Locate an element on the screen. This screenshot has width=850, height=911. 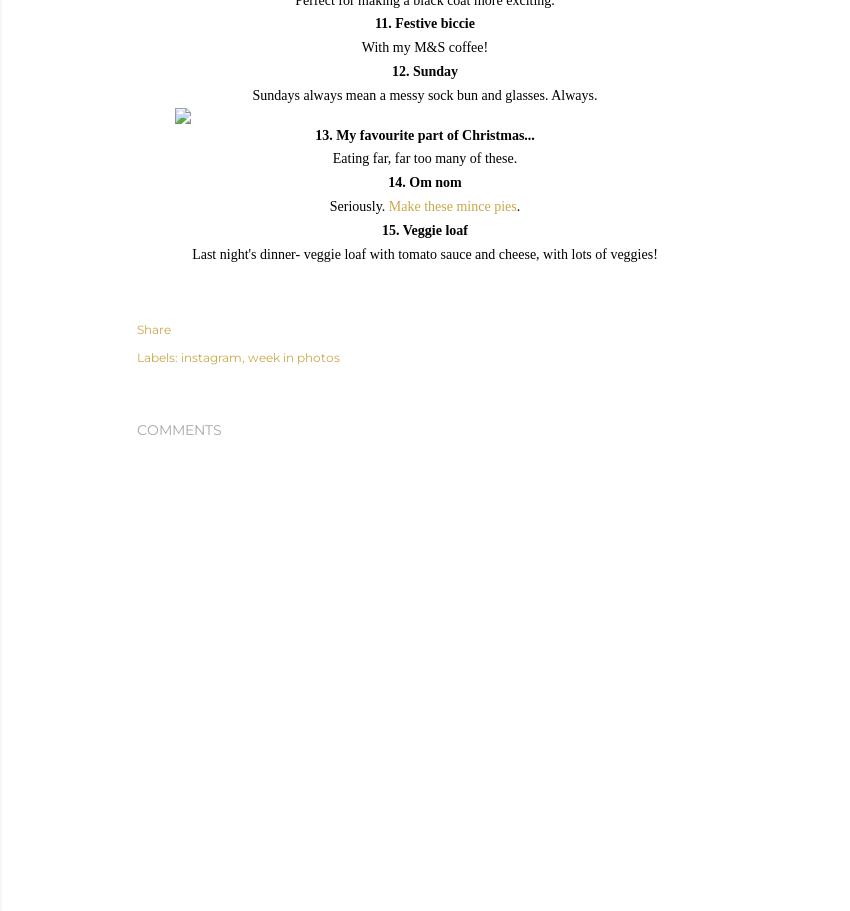
'Sundays always mean a messy sock bun and glasses. Always.' is located at coordinates (424, 94).